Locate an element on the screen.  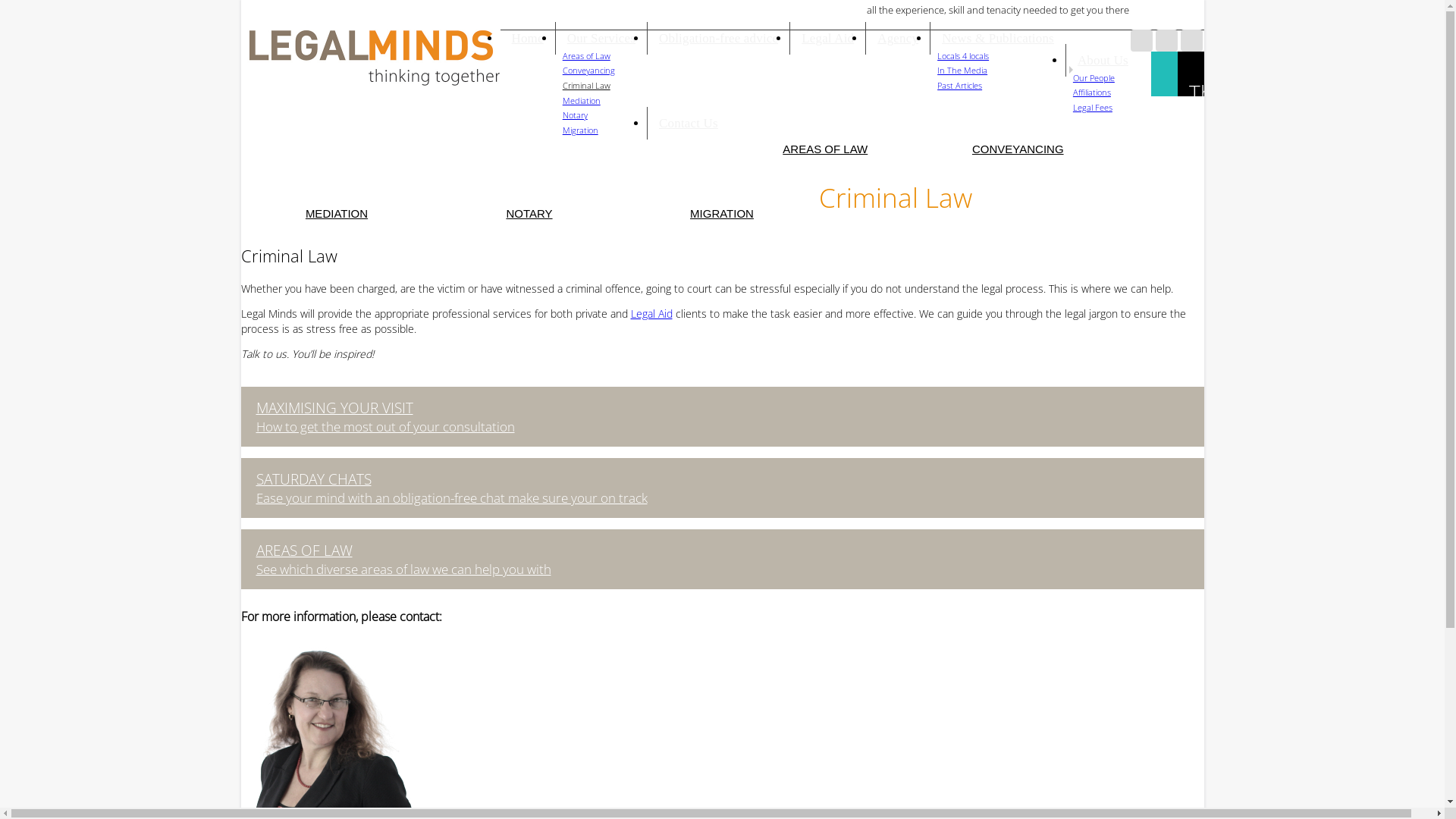
'Criminal Law' is located at coordinates (585, 85).